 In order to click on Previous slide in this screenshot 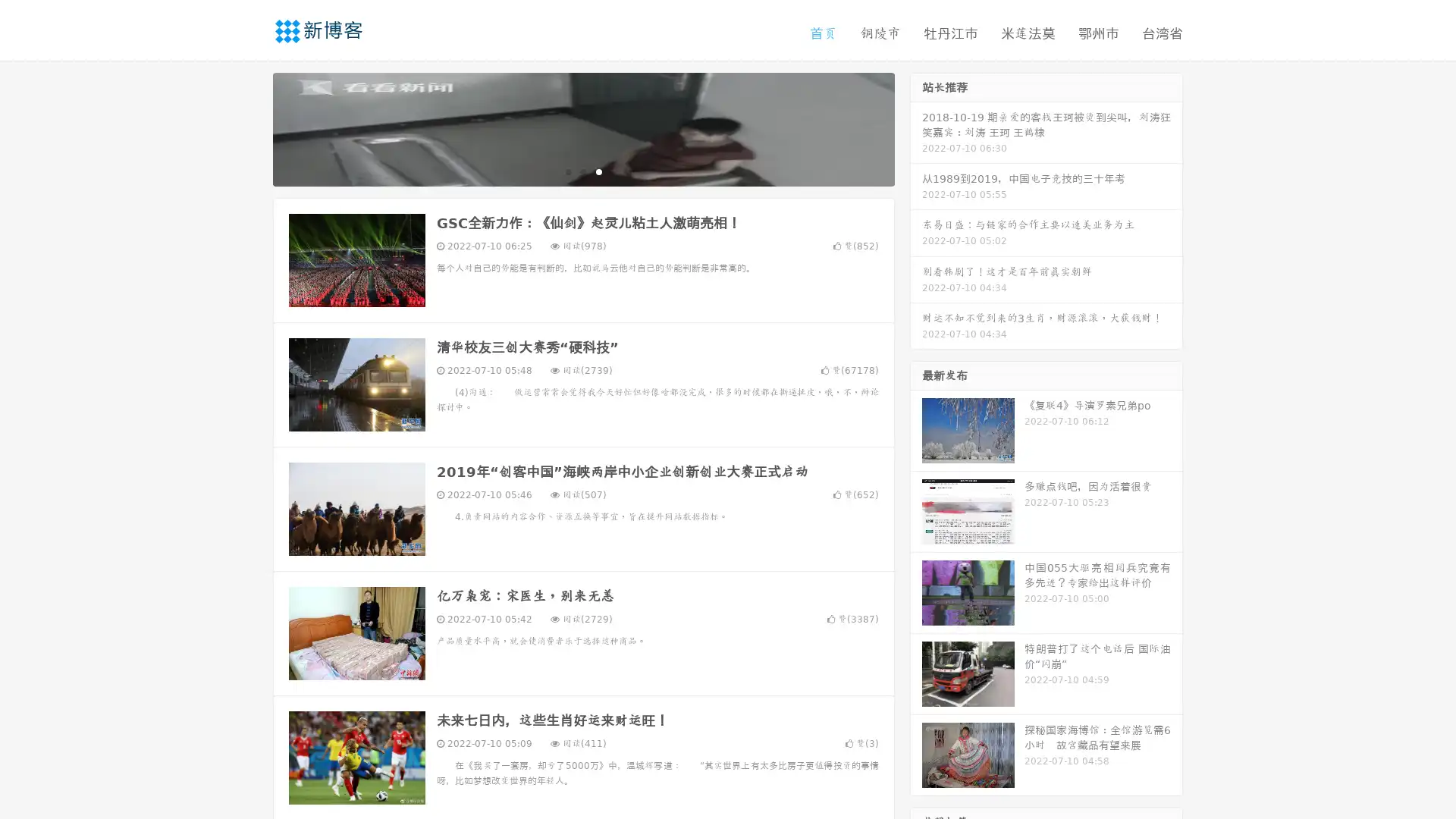, I will do `click(250, 127)`.